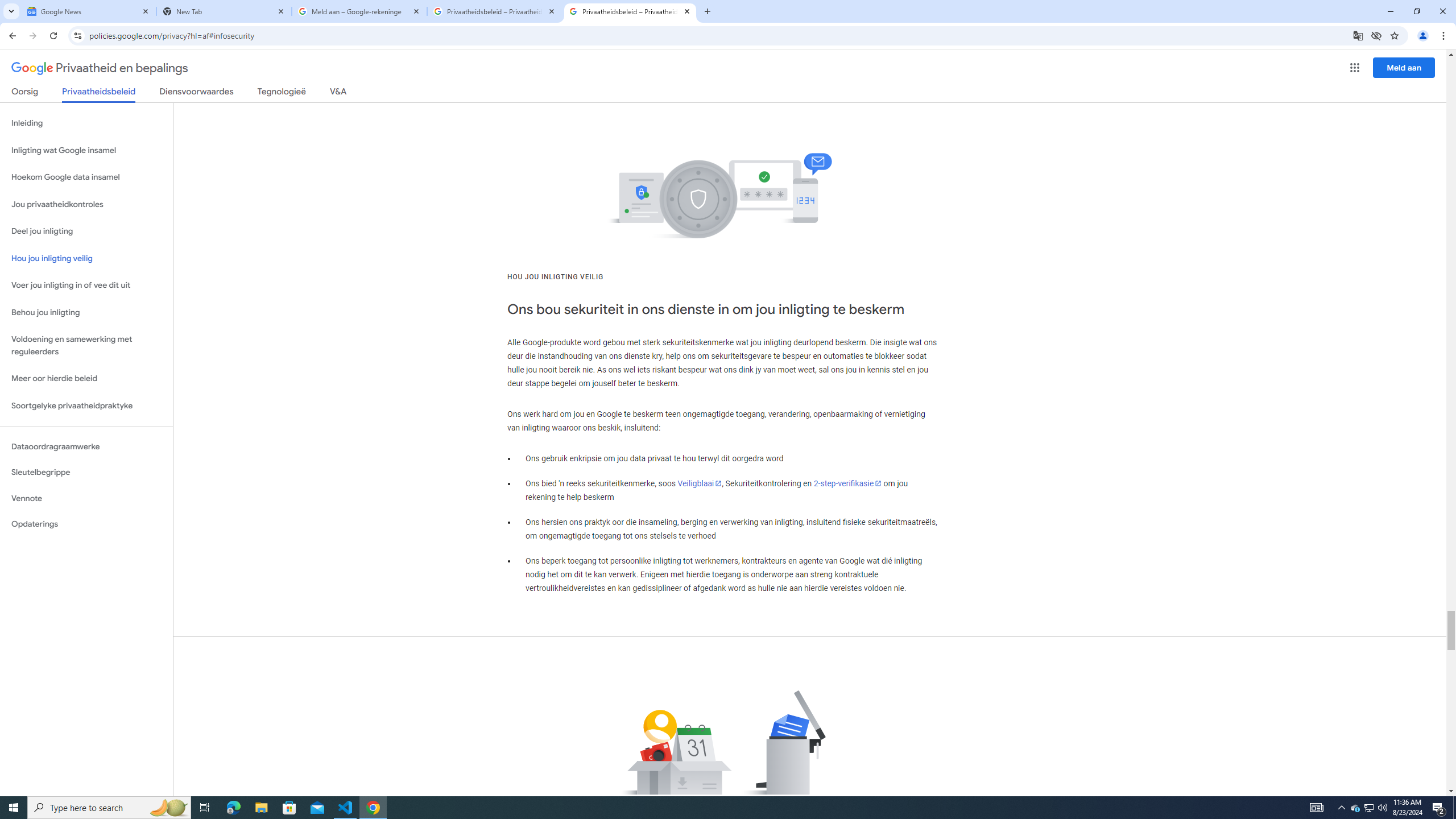 The height and width of the screenshot is (819, 1456). I want to click on 'Deel jou inligting', so click(86, 230).